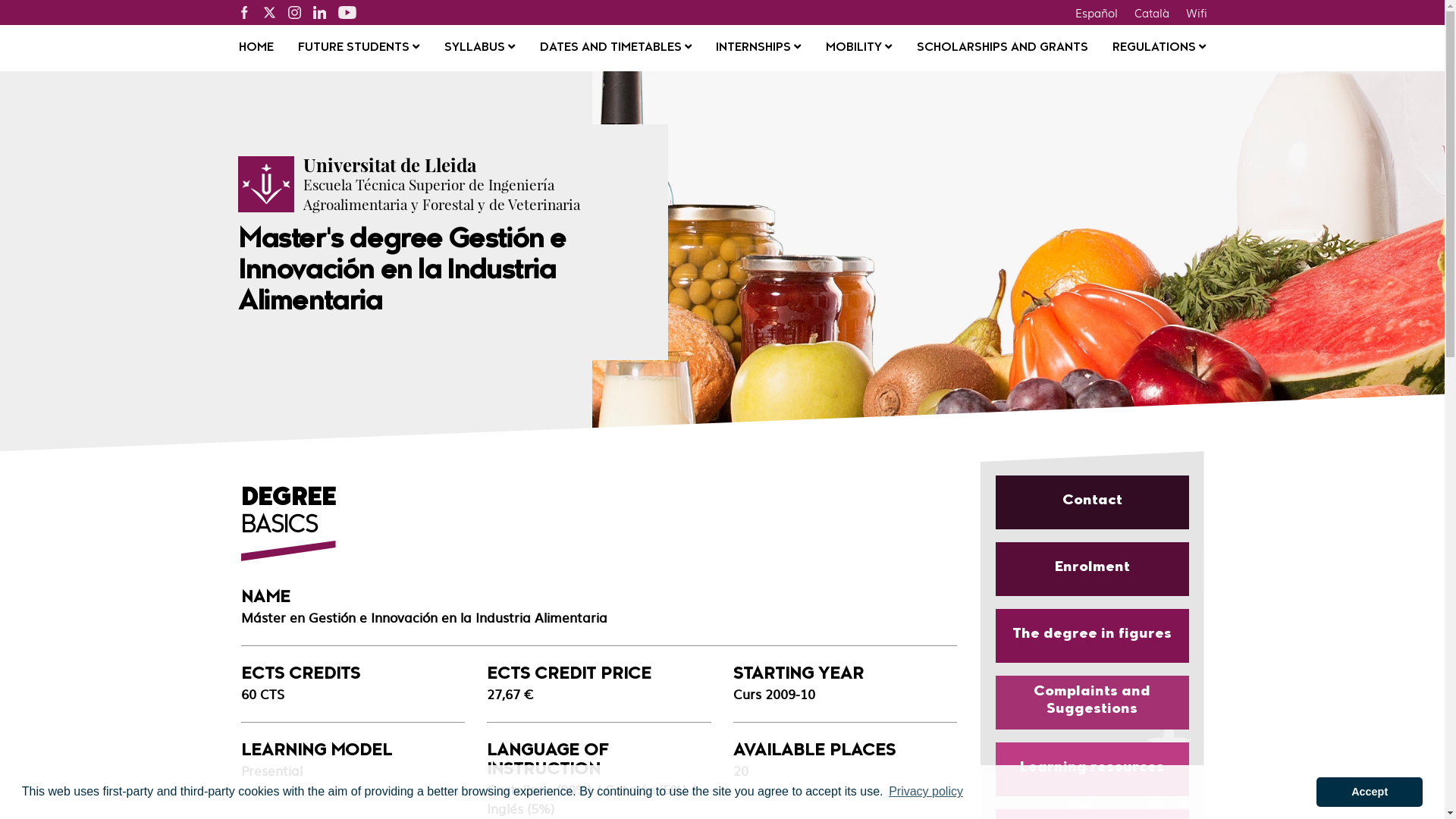 This screenshot has width=1456, height=819. Describe the element at coordinates (358, 47) in the screenshot. I see `'FUTURE STUDENTS'` at that location.